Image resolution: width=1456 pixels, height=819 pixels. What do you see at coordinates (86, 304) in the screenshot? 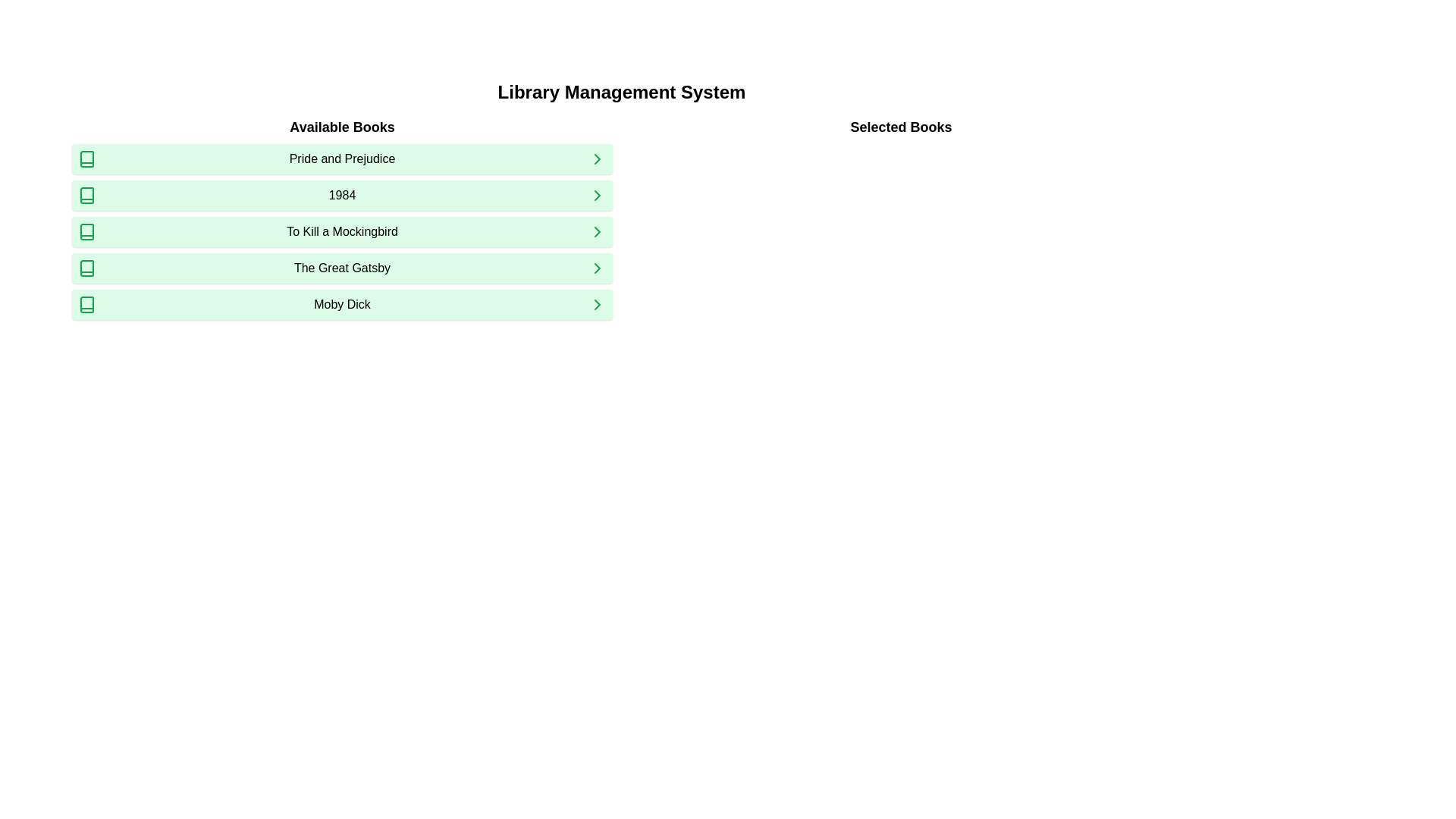
I see `the decorative icon adjacent to the book title 'Moby Dick' in the last row of the 'Available Books' section` at bounding box center [86, 304].